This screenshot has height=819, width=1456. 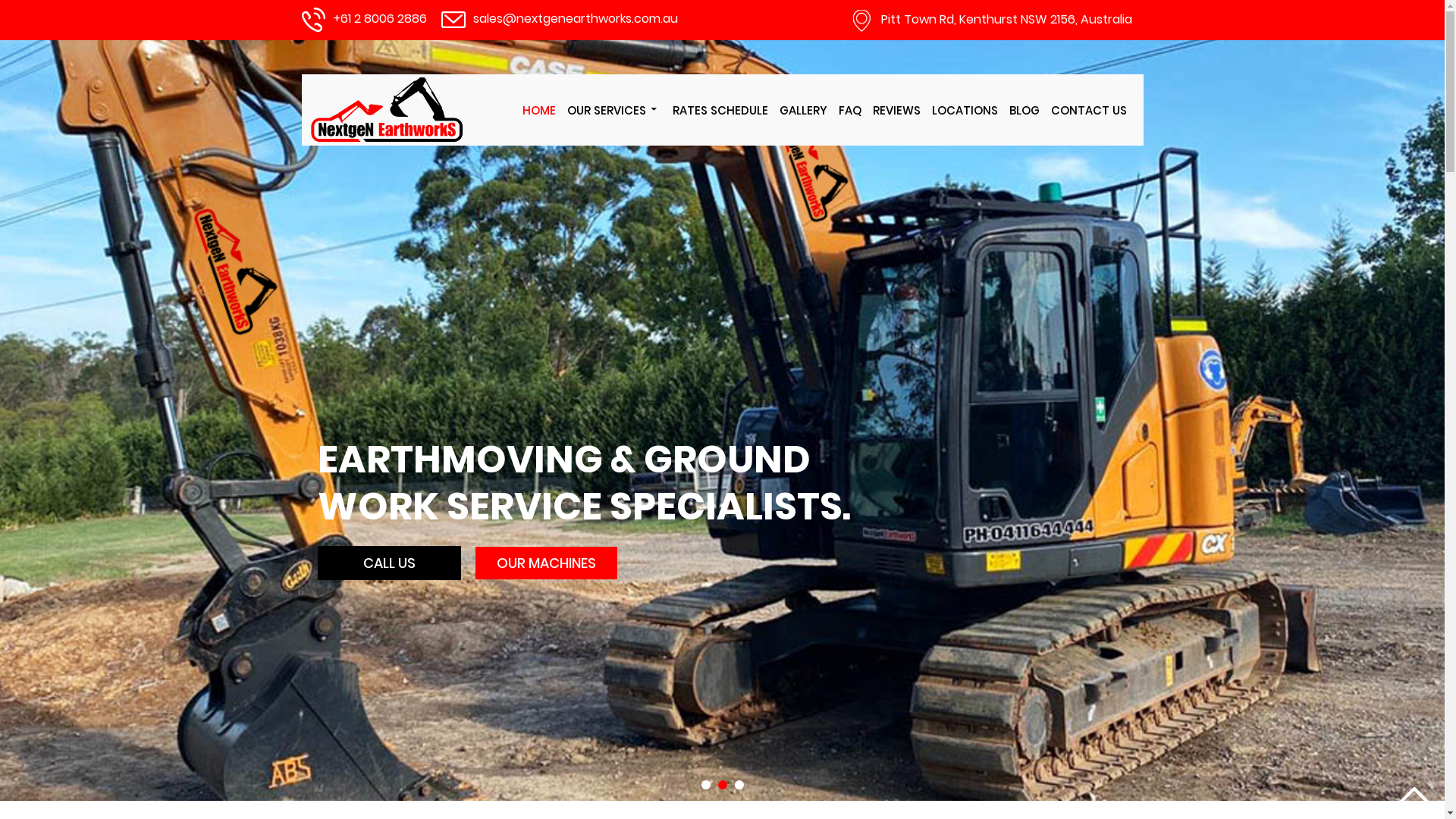 I want to click on 'LOCATIONS', so click(x=963, y=109).